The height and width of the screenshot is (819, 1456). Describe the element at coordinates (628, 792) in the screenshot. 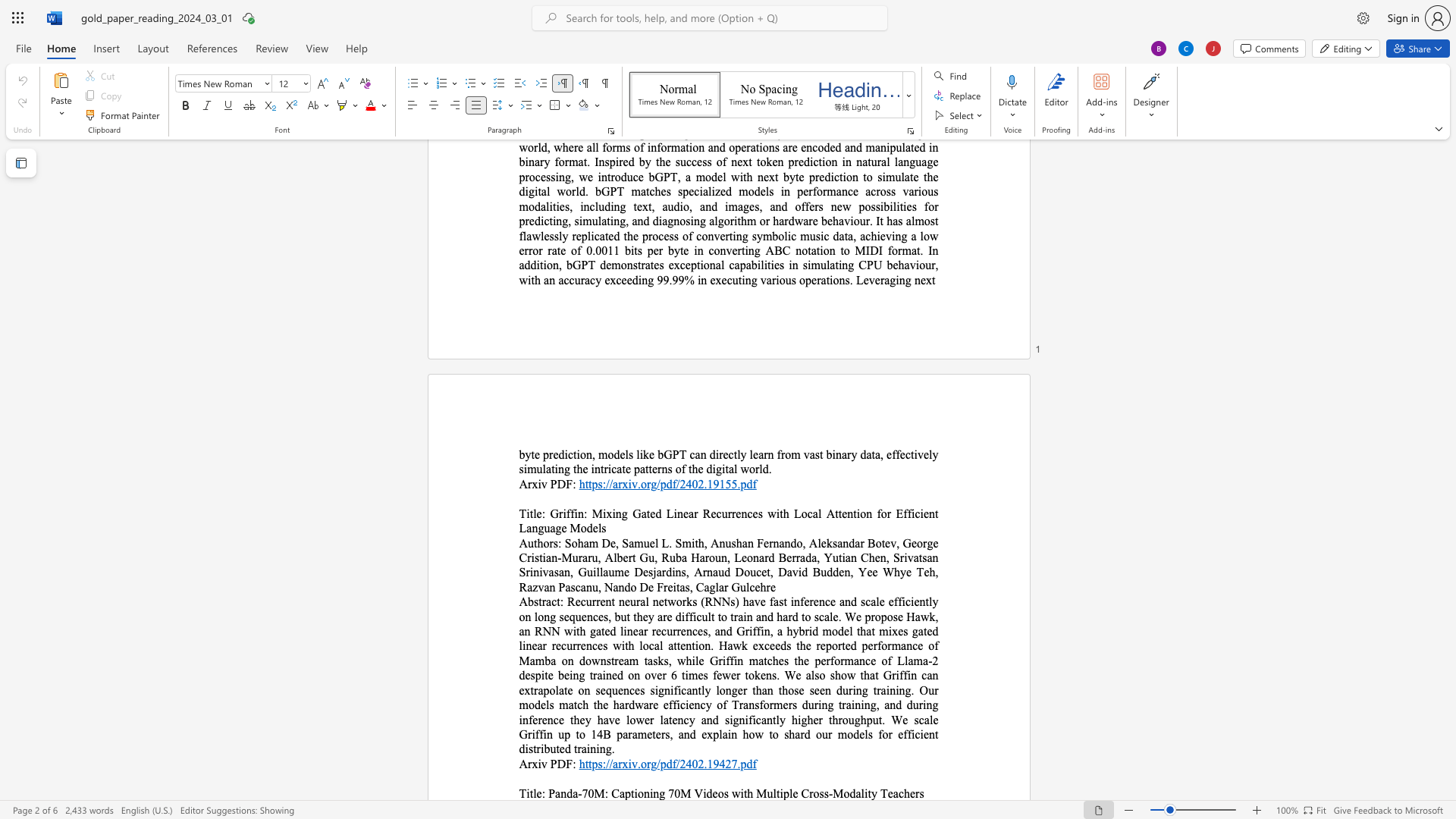

I see `the 1th character "p" in the text` at that location.